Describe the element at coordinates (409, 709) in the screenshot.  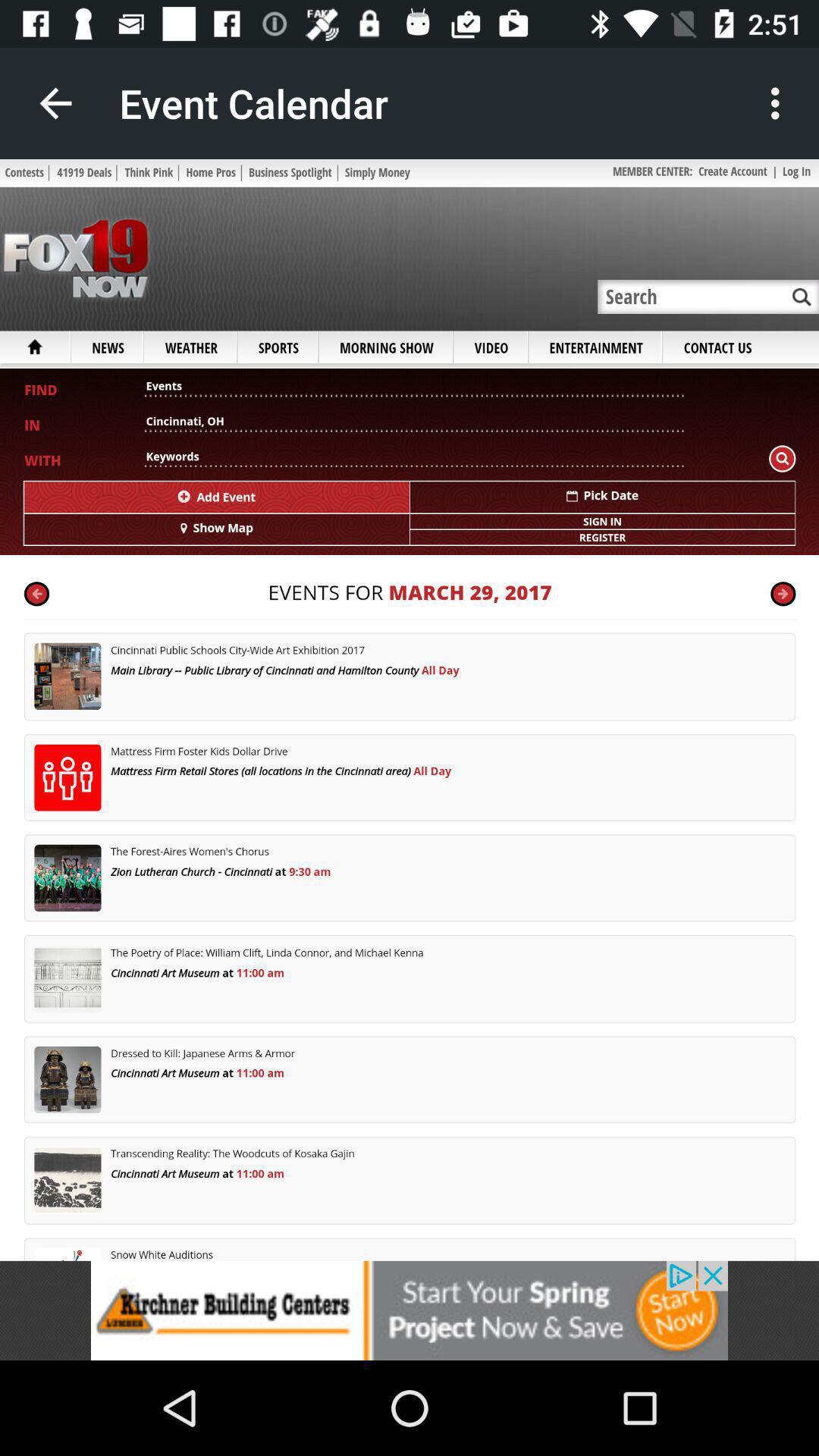
I see `open page` at that location.